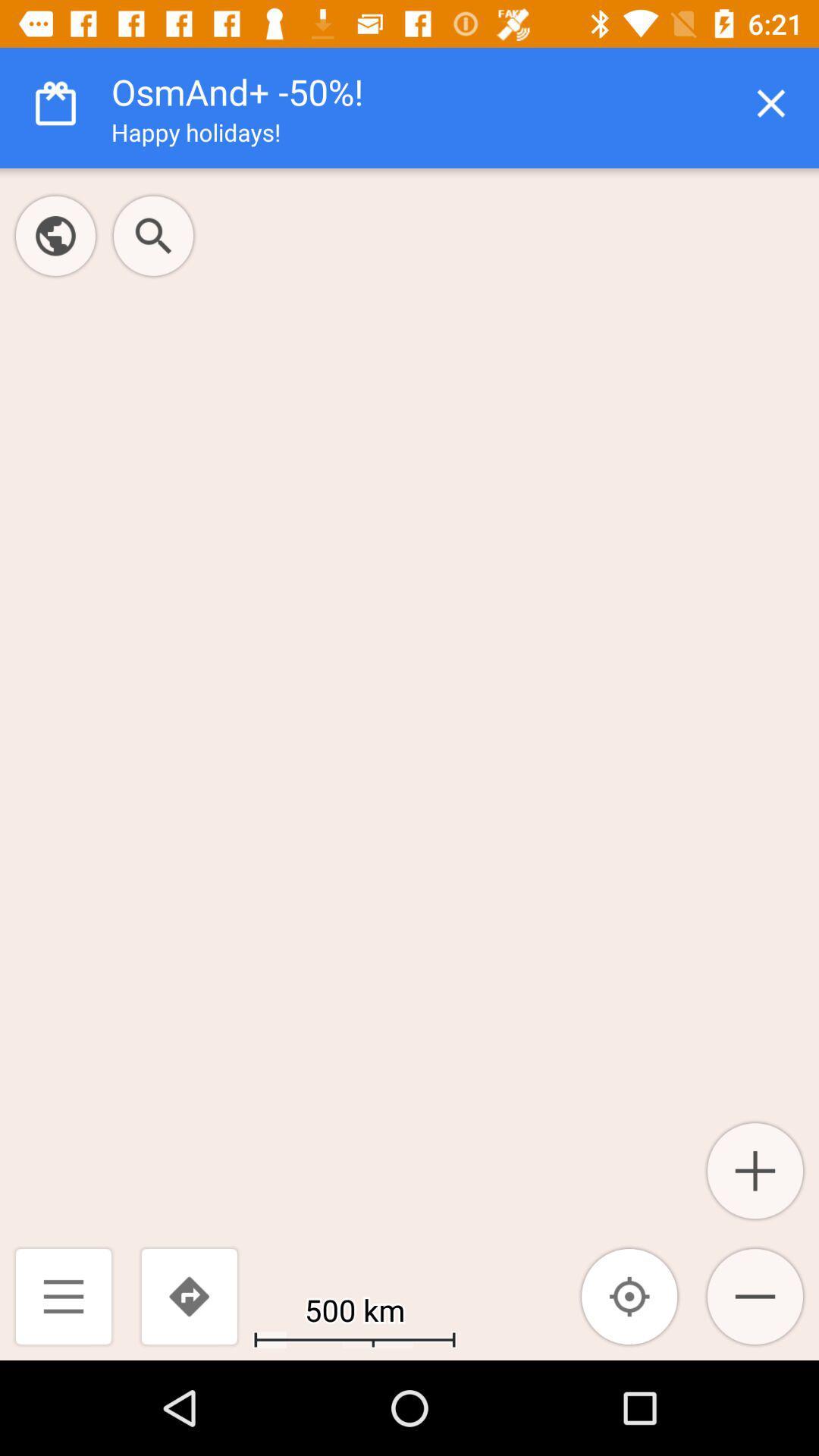 This screenshot has width=819, height=1456. What do you see at coordinates (188, 1295) in the screenshot?
I see `item to the left of the 500 km icon` at bounding box center [188, 1295].